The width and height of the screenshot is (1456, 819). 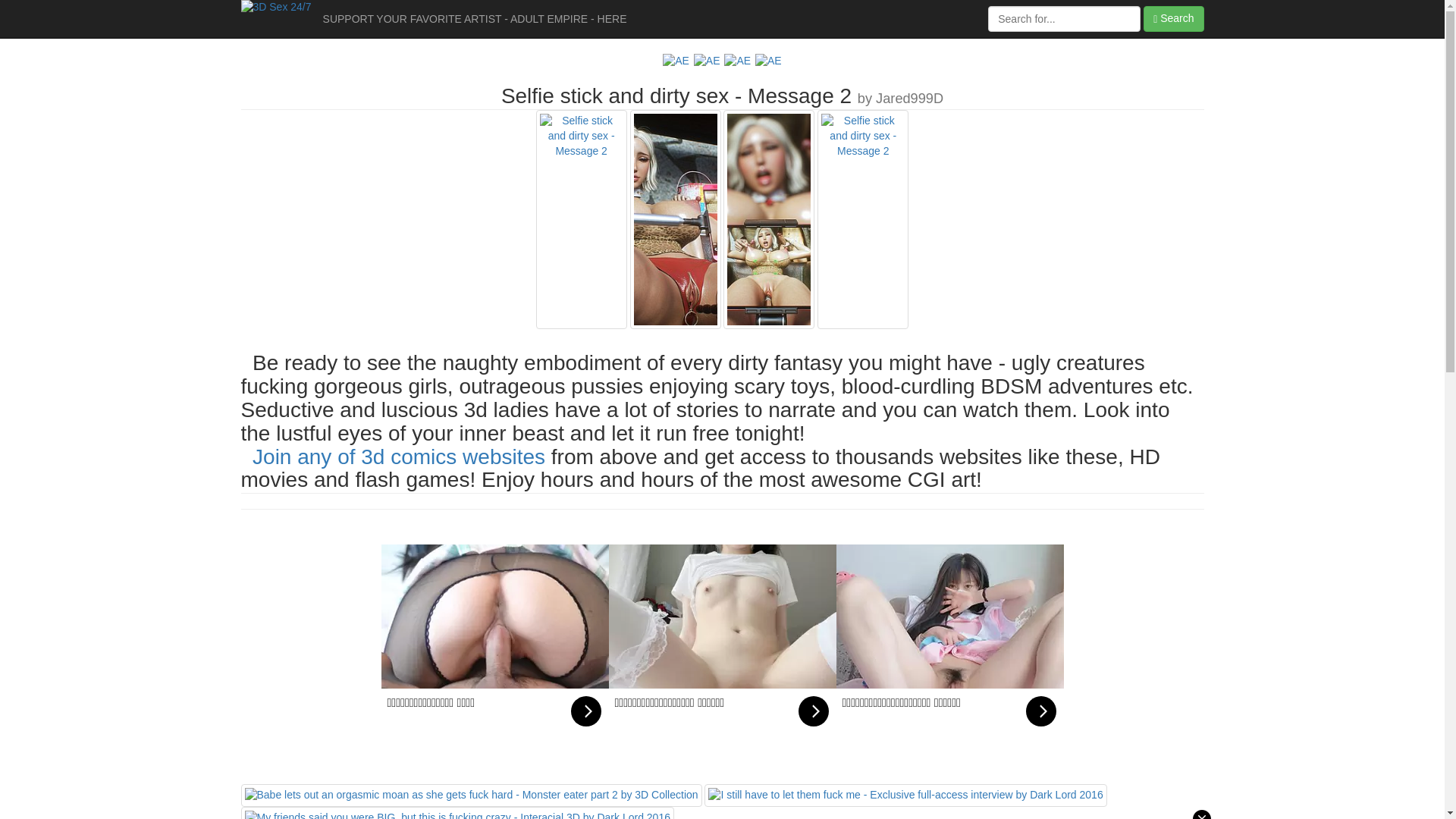 What do you see at coordinates (474, 18) in the screenshot?
I see `'SUPPORT YOUR FAVORITE ARTIST - ADULT EMPIRE - HERE'` at bounding box center [474, 18].